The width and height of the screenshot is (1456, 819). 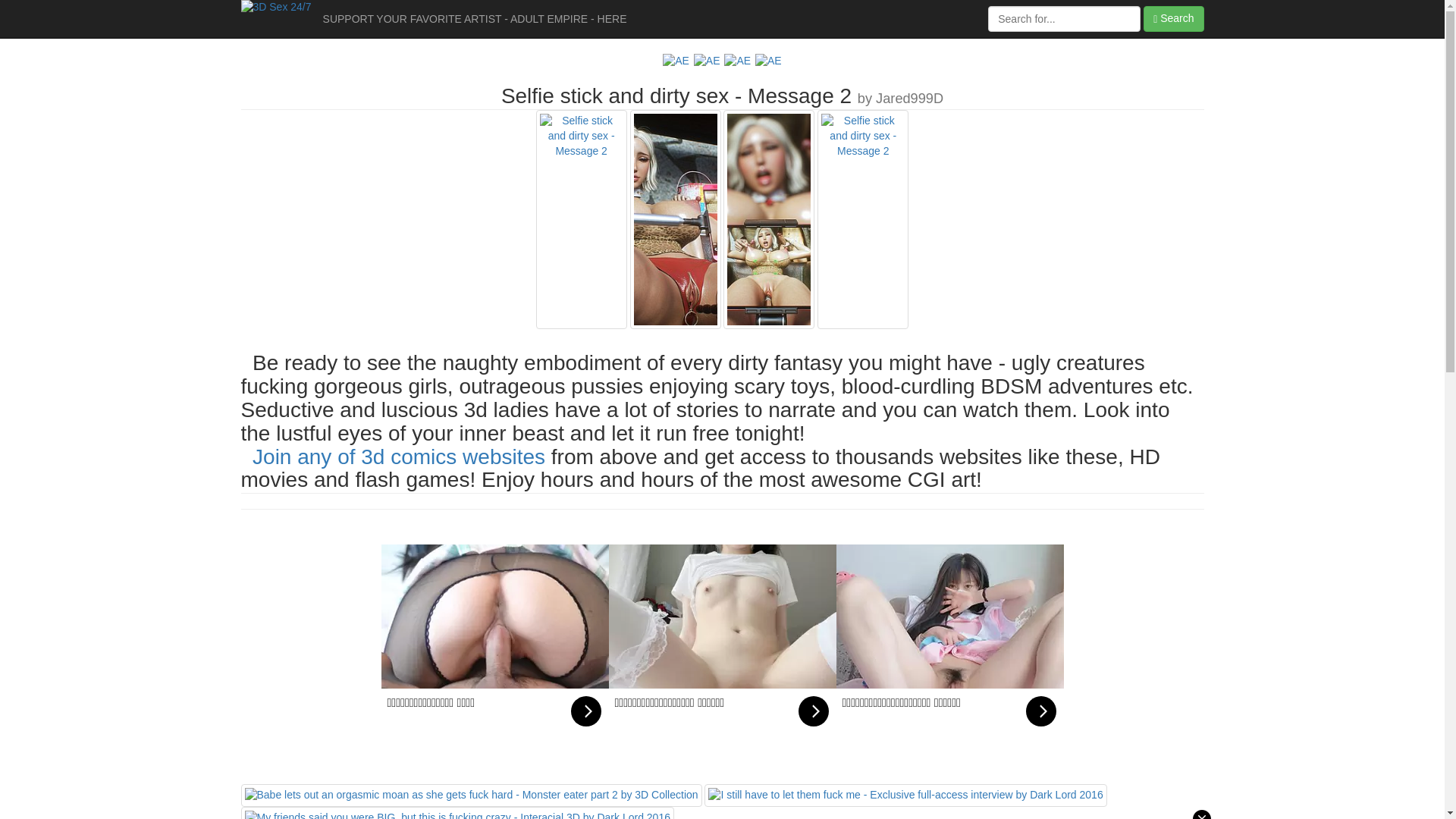 What do you see at coordinates (474, 18) in the screenshot?
I see `'SUPPORT YOUR FAVORITE ARTIST - ADULT EMPIRE - HERE'` at bounding box center [474, 18].